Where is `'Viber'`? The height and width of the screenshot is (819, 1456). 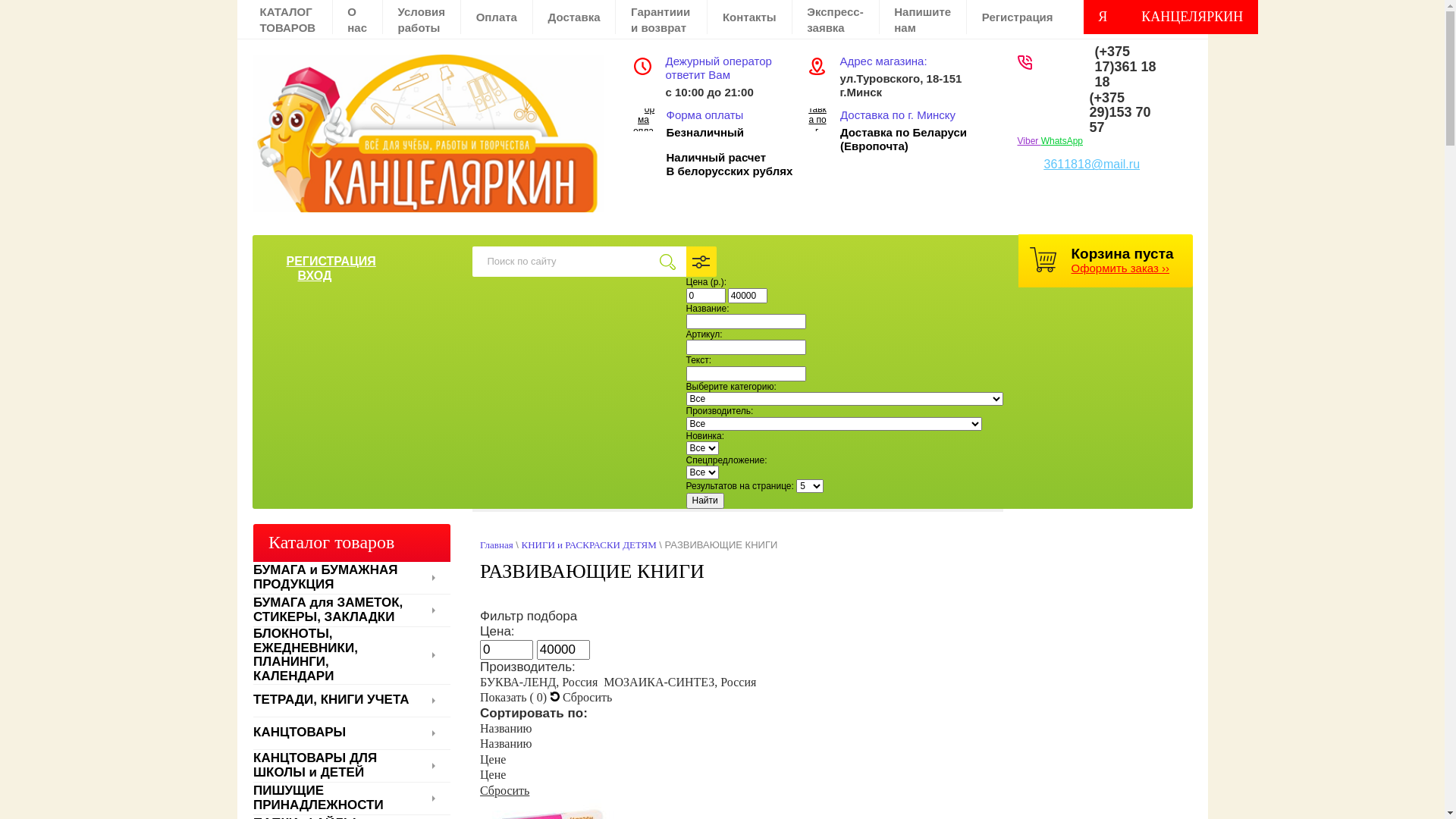
'Viber' is located at coordinates (1029, 140).